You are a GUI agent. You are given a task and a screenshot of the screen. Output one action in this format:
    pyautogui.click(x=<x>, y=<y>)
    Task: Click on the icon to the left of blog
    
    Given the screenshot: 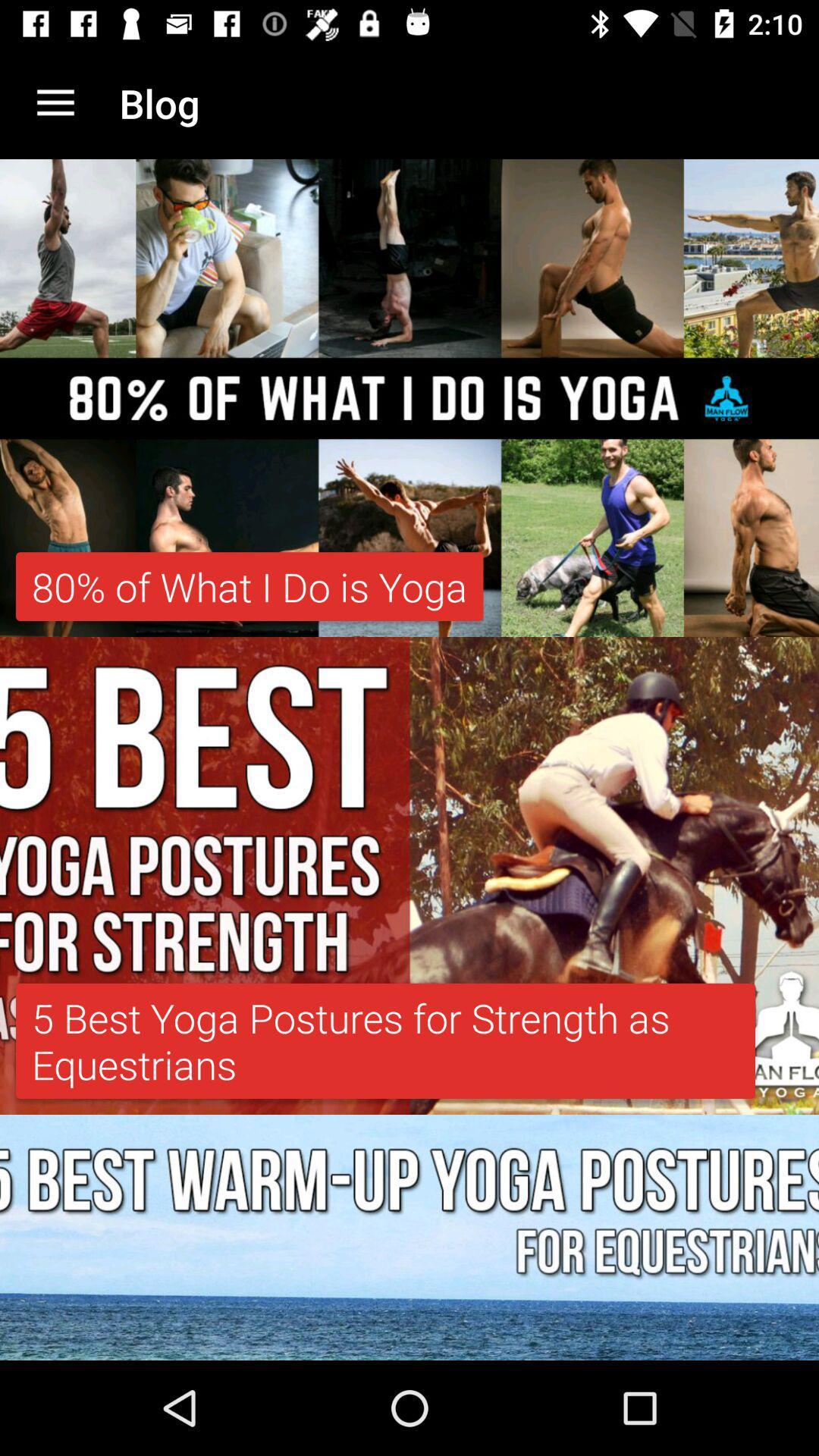 What is the action you would take?
    pyautogui.click(x=55, y=102)
    